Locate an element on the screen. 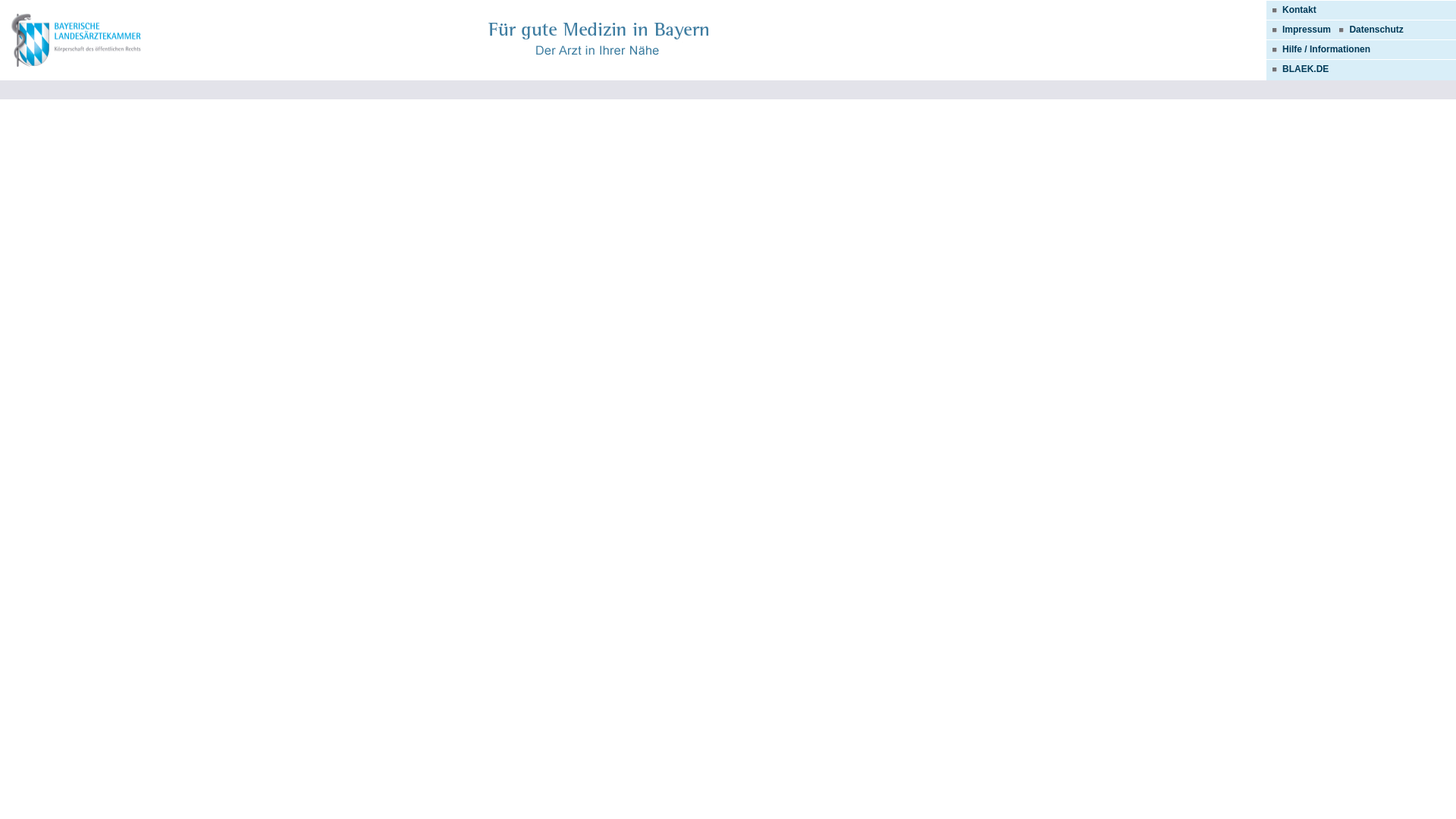 The image size is (1456, 819). 'Hilfe / Informationen' is located at coordinates (1317, 49).